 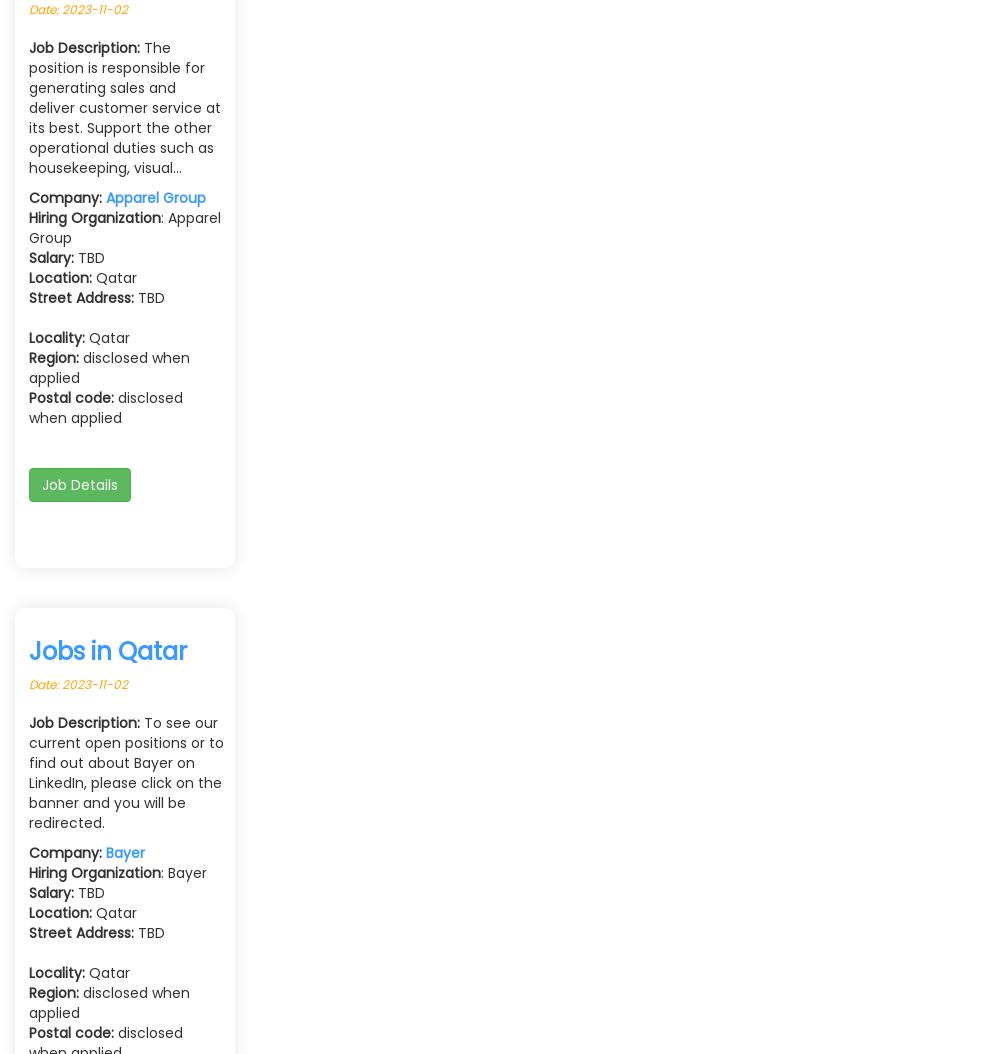 What do you see at coordinates (156, 197) in the screenshot?
I see `'Apparel Group'` at bounding box center [156, 197].